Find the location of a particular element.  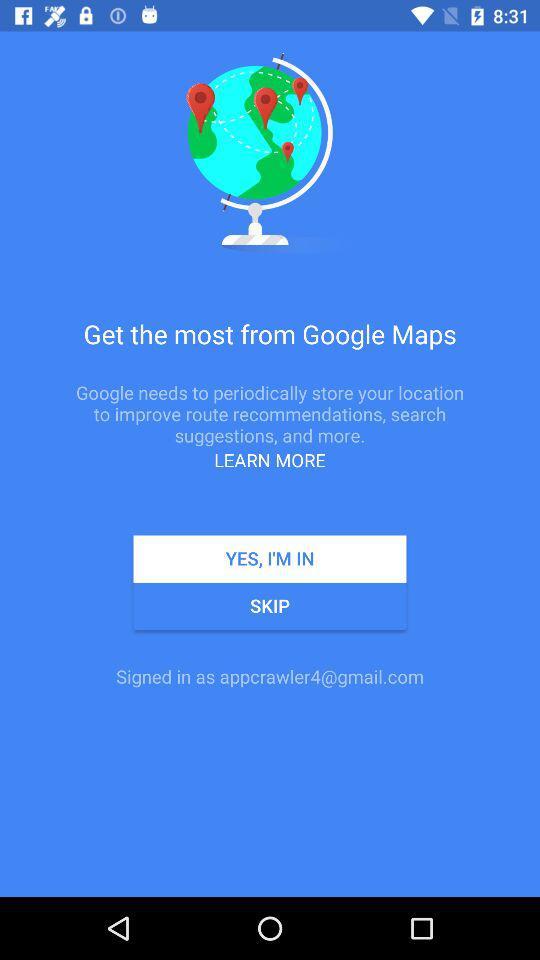

app below google needs to app is located at coordinates (270, 460).